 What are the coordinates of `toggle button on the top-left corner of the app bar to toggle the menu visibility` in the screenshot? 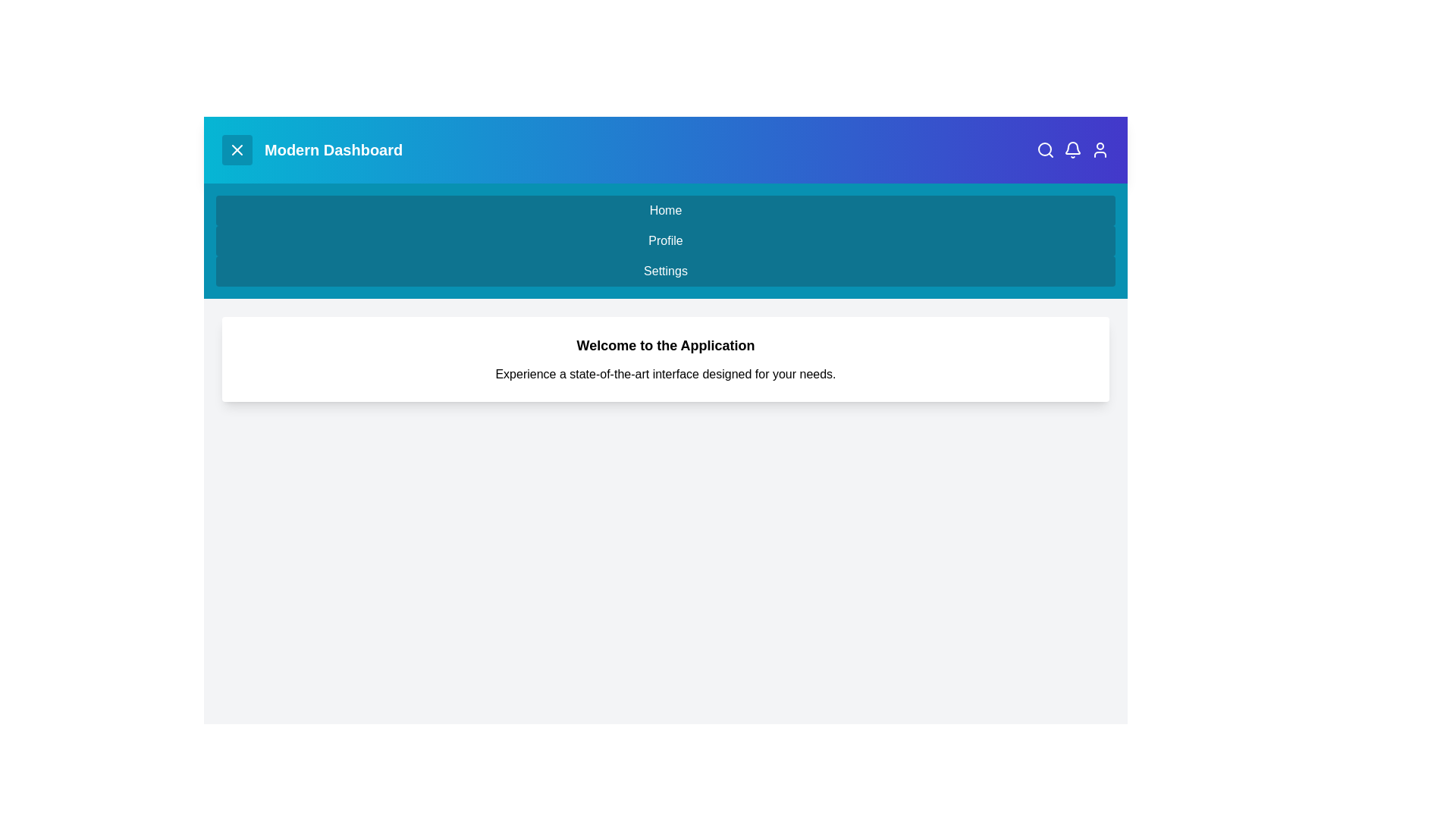 It's located at (236, 149).